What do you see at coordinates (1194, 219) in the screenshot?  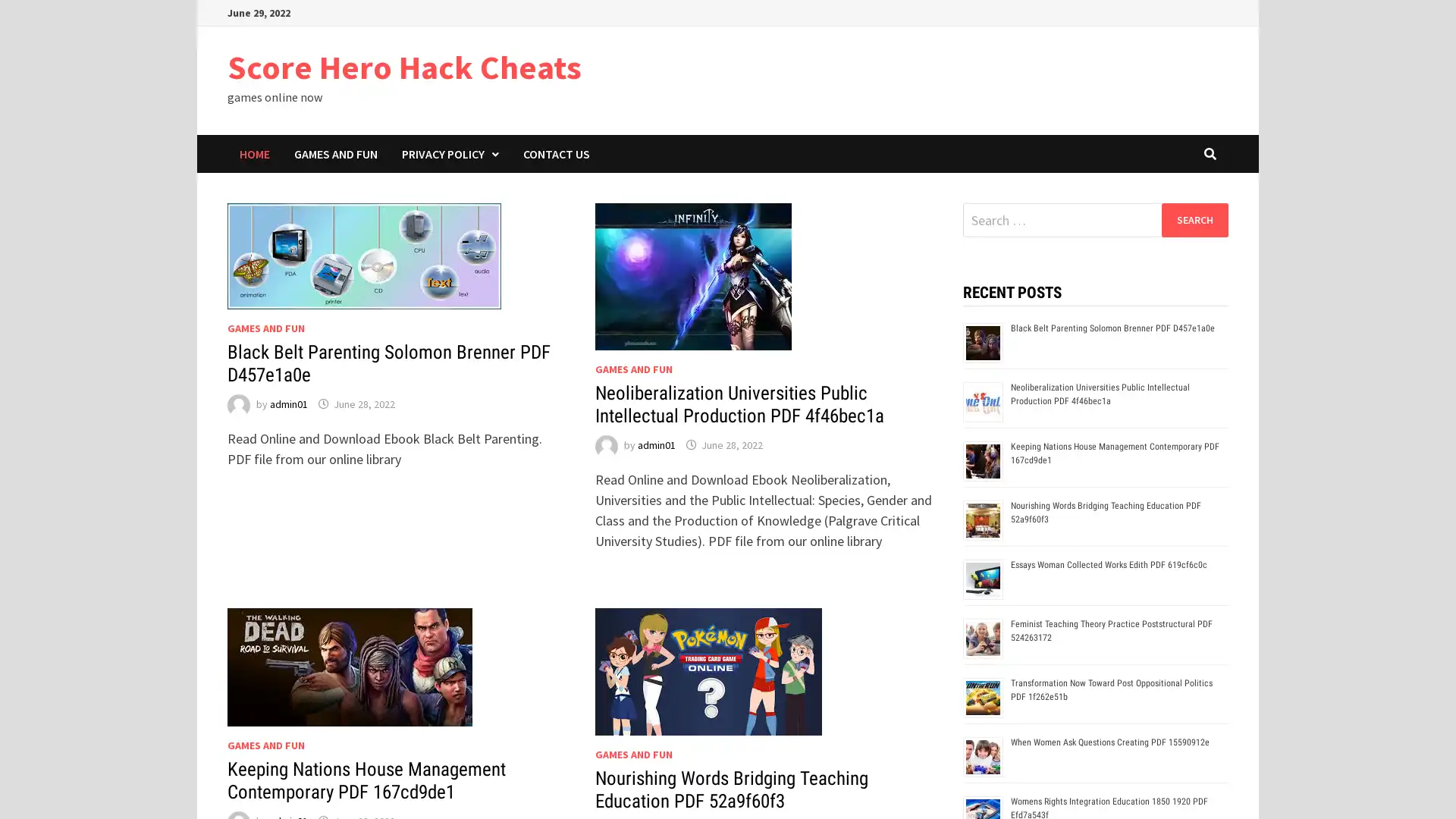 I see `Search` at bounding box center [1194, 219].